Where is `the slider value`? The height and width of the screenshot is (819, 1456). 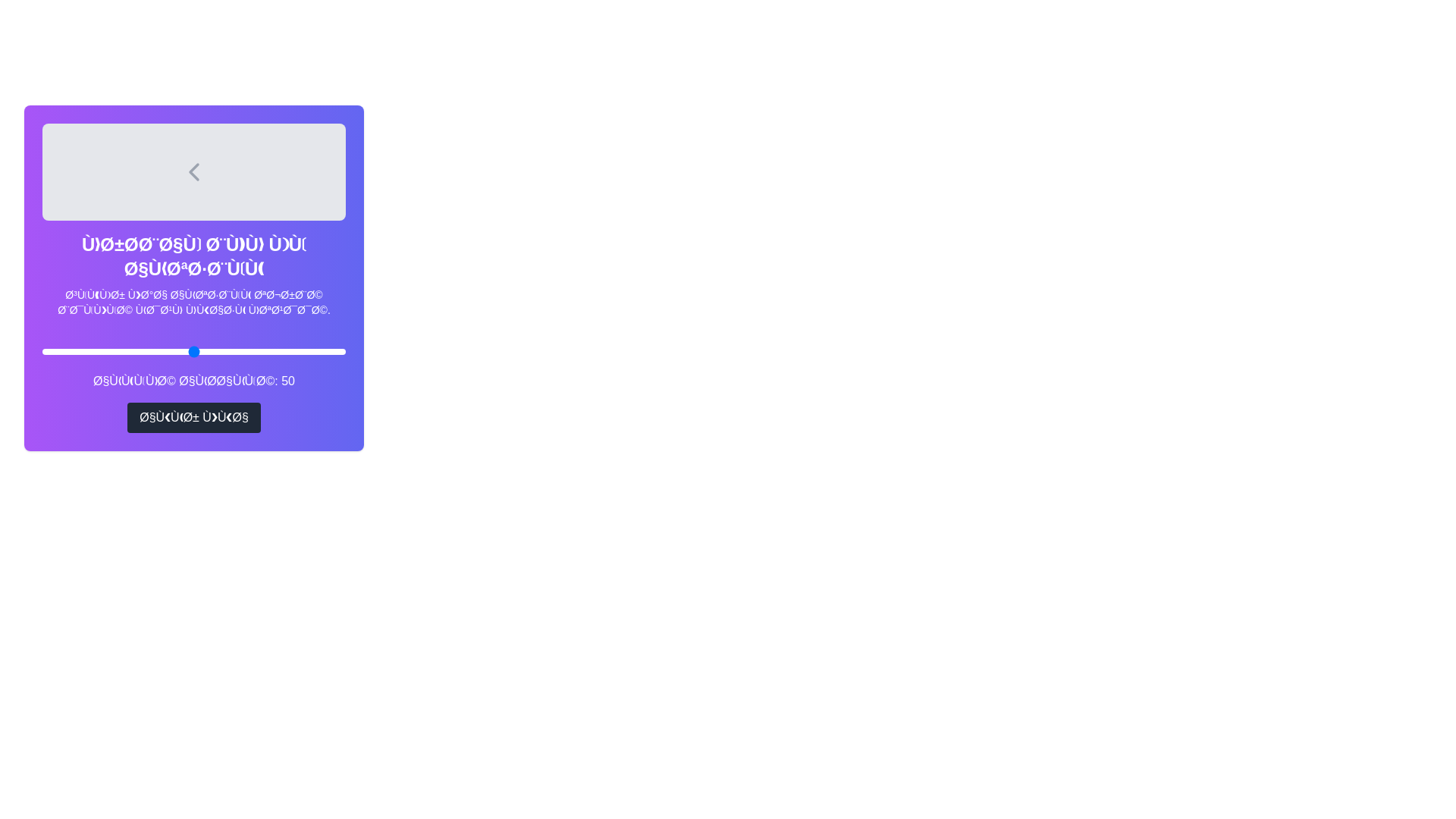
the slider value is located at coordinates (193, 351).